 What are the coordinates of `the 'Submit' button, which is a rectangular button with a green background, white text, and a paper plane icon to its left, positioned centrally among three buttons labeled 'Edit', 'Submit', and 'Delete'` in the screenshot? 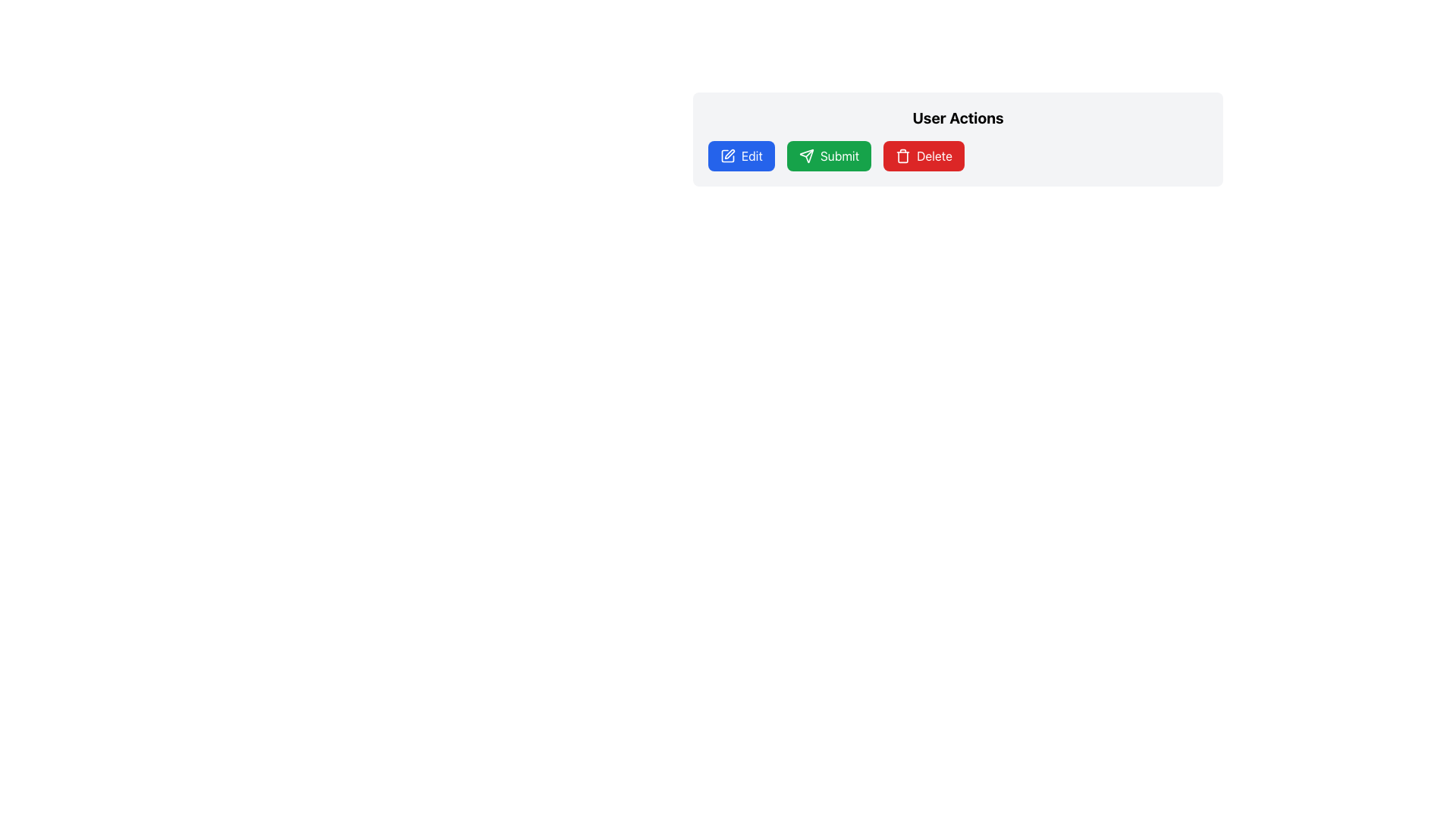 It's located at (828, 155).